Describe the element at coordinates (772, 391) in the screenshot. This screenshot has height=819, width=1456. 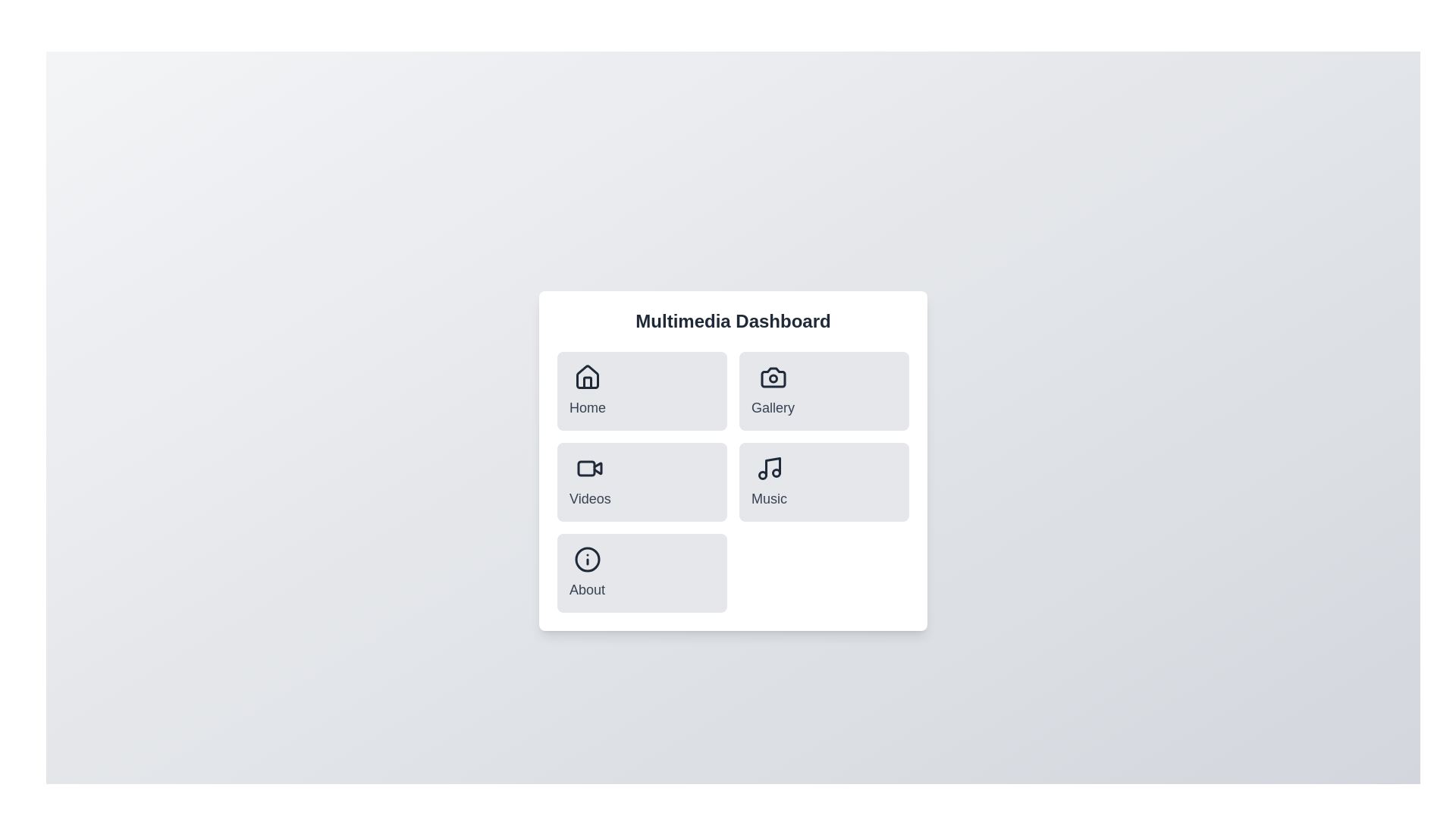
I see `the menu item corresponding to Gallery` at that location.